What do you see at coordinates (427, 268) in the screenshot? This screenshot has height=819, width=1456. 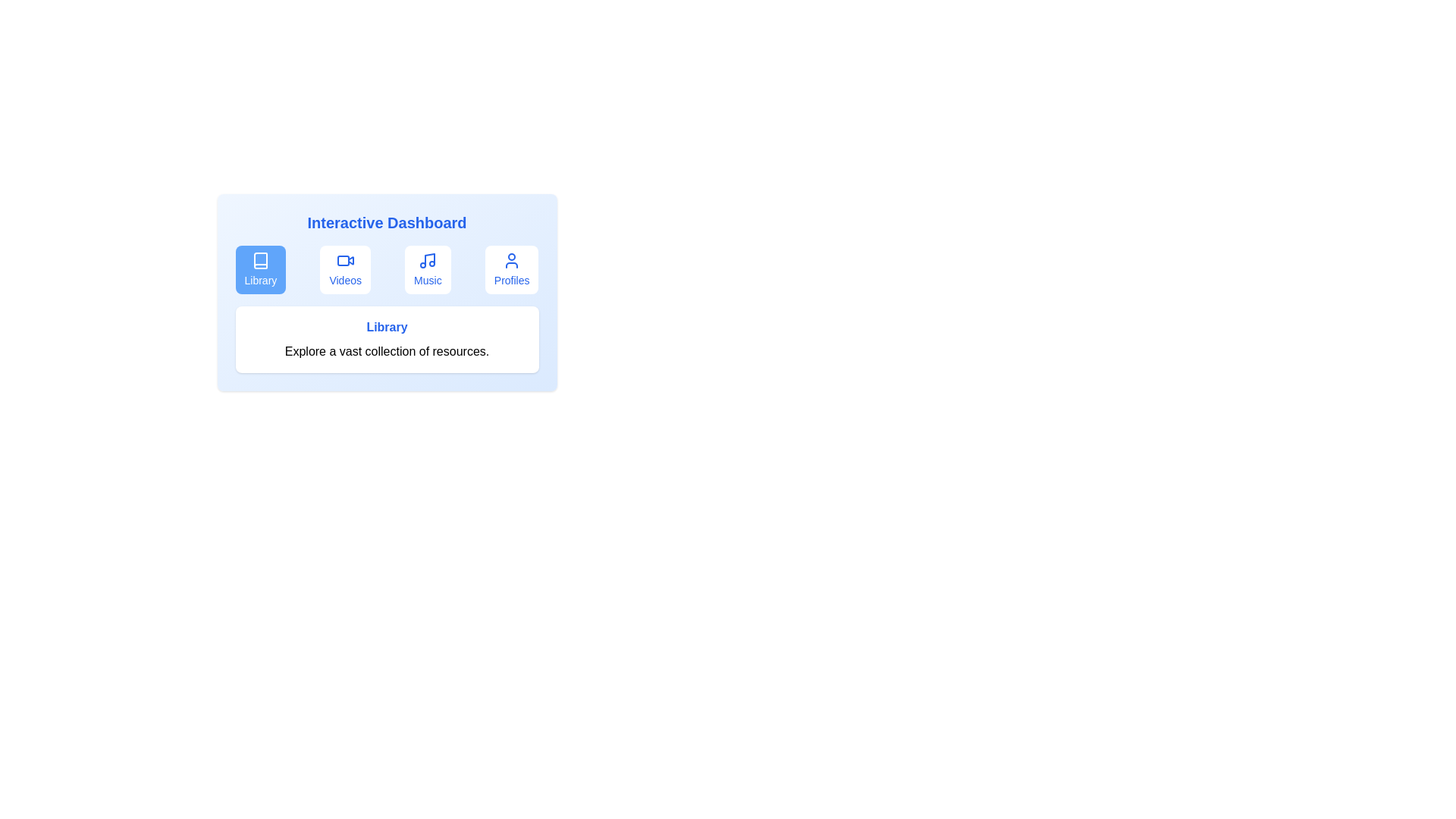 I see `the tab corresponding to Music` at bounding box center [427, 268].